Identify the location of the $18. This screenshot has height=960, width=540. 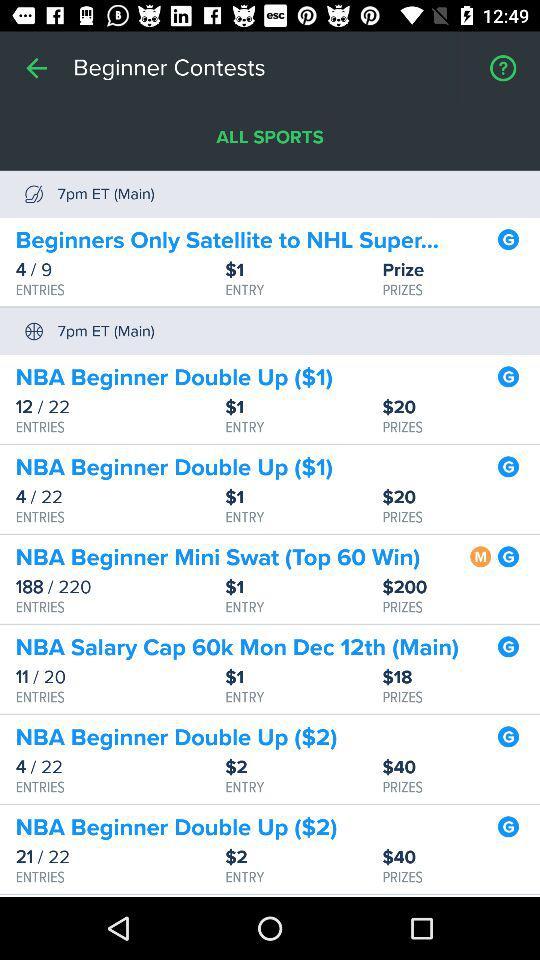
(461, 677).